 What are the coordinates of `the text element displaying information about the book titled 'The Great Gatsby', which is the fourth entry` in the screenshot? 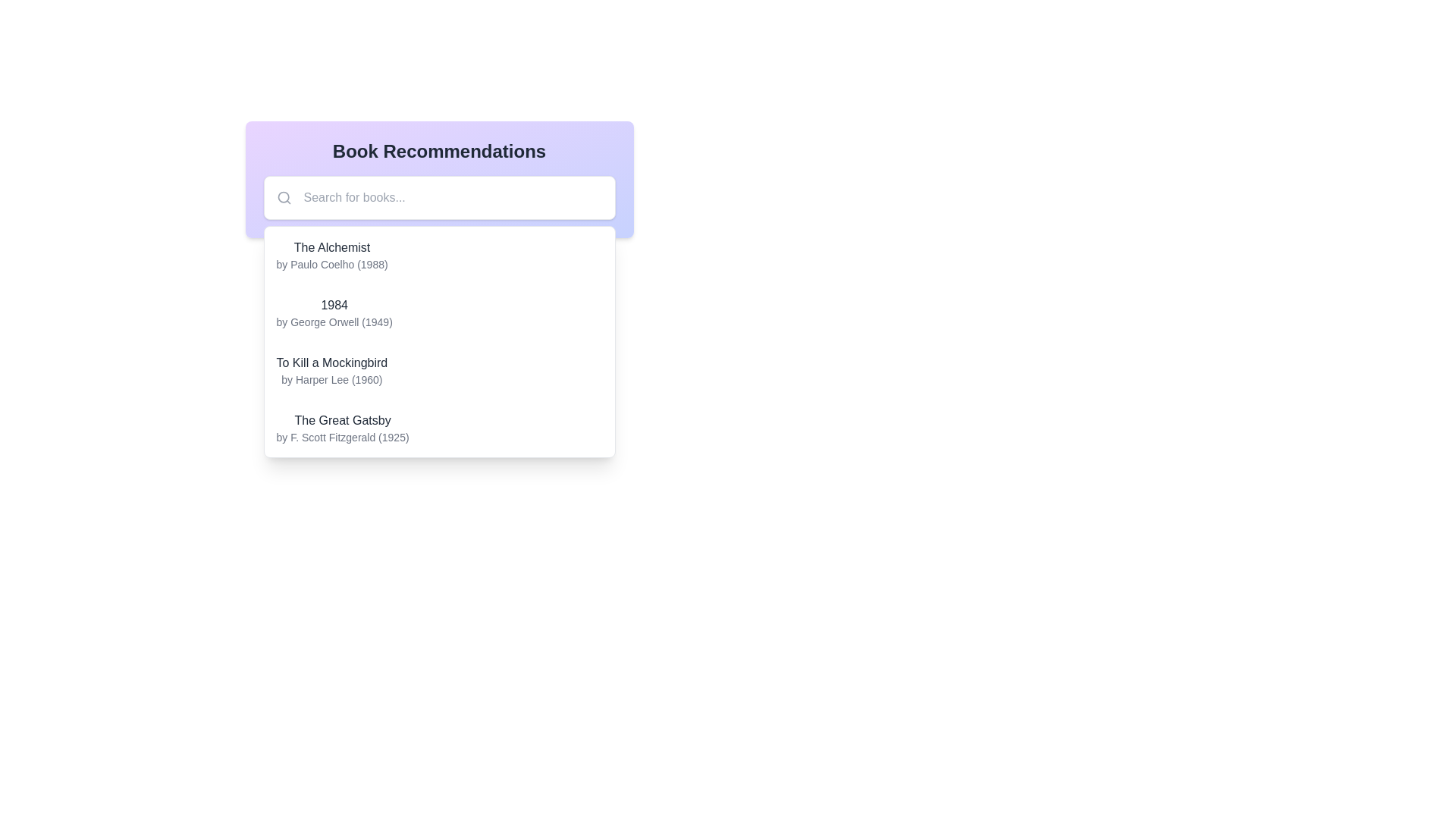 It's located at (341, 428).